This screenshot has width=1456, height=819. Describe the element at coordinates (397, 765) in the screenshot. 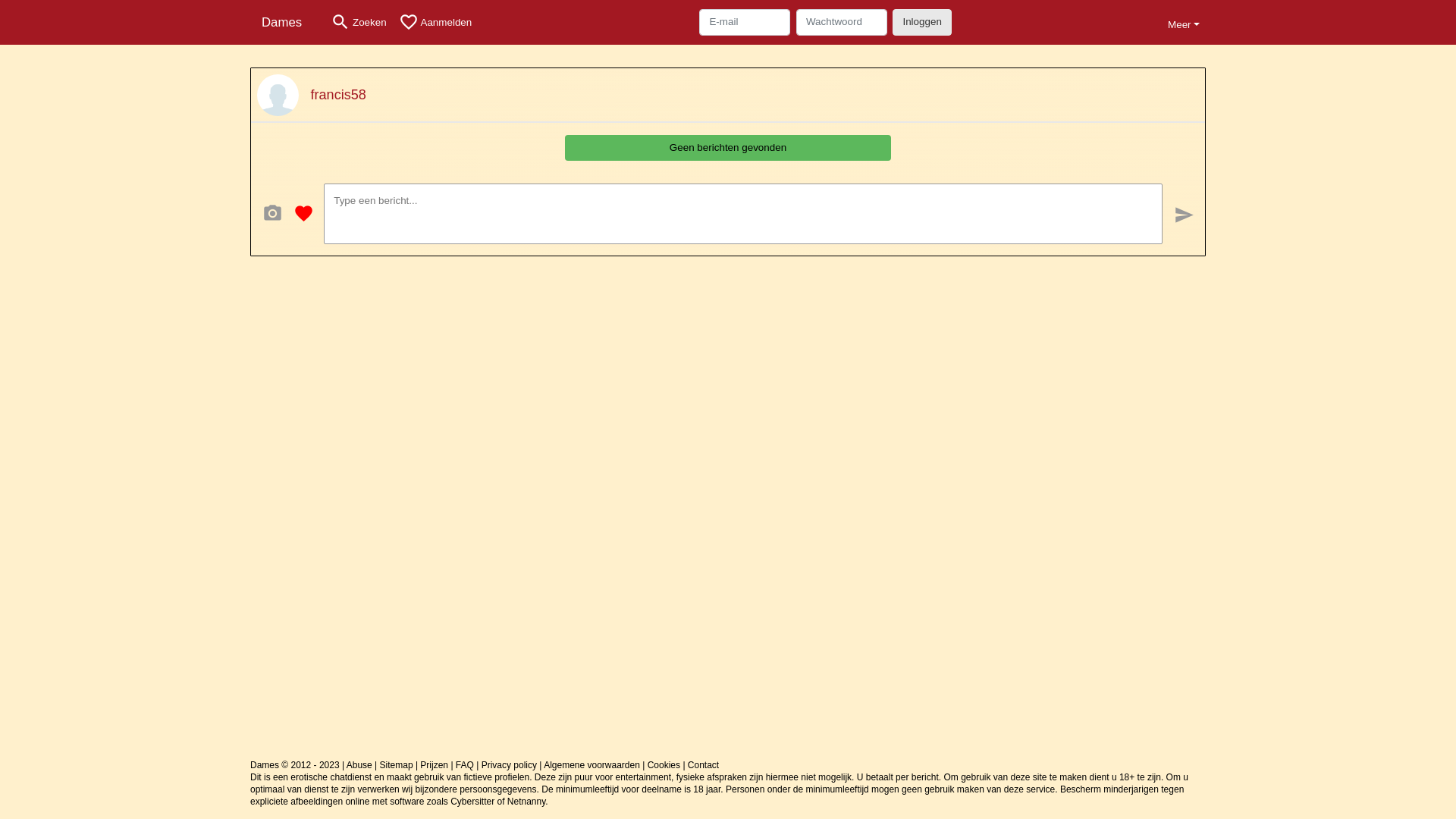

I see `'Sitemap'` at that location.